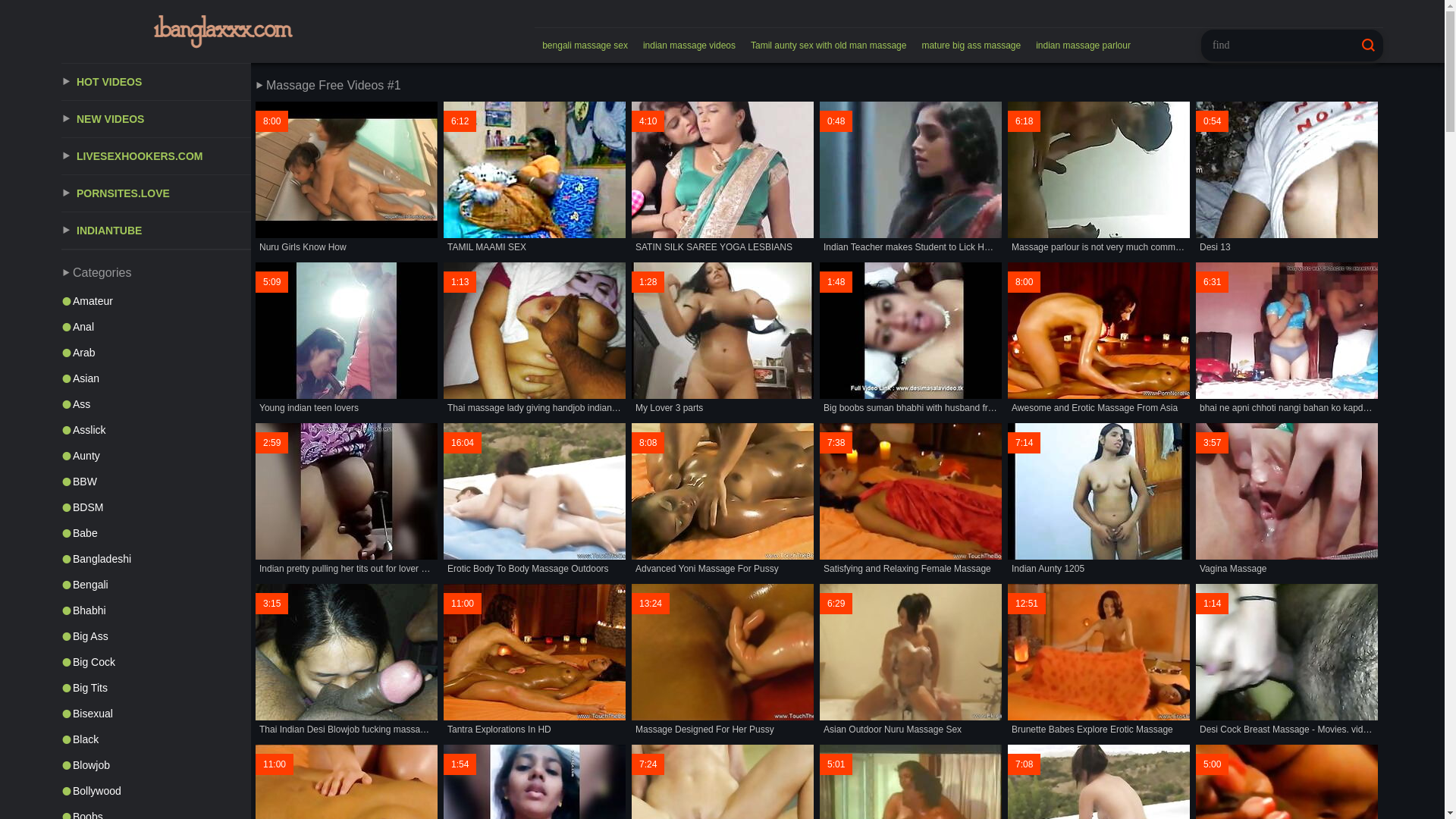 This screenshot has height=819, width=1456. I want to click on 'Asslick', so click(156, 430).